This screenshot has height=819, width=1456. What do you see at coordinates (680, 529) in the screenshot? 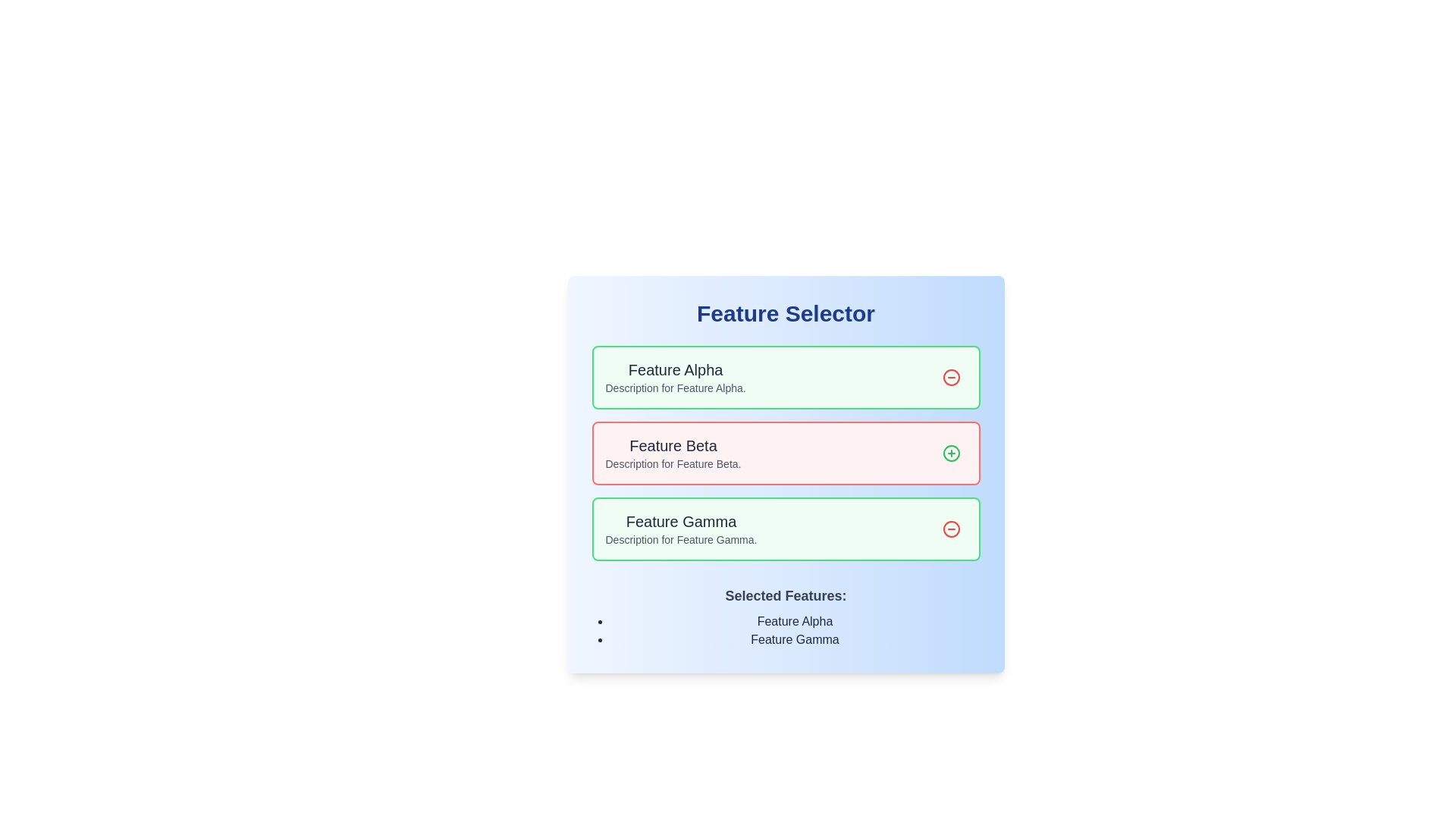
I see `text content of the Text Content Block displaying information about 'Feature Gamma', which is the bottommost entry in a vertically aligned list` at bounding box center [680, 529].